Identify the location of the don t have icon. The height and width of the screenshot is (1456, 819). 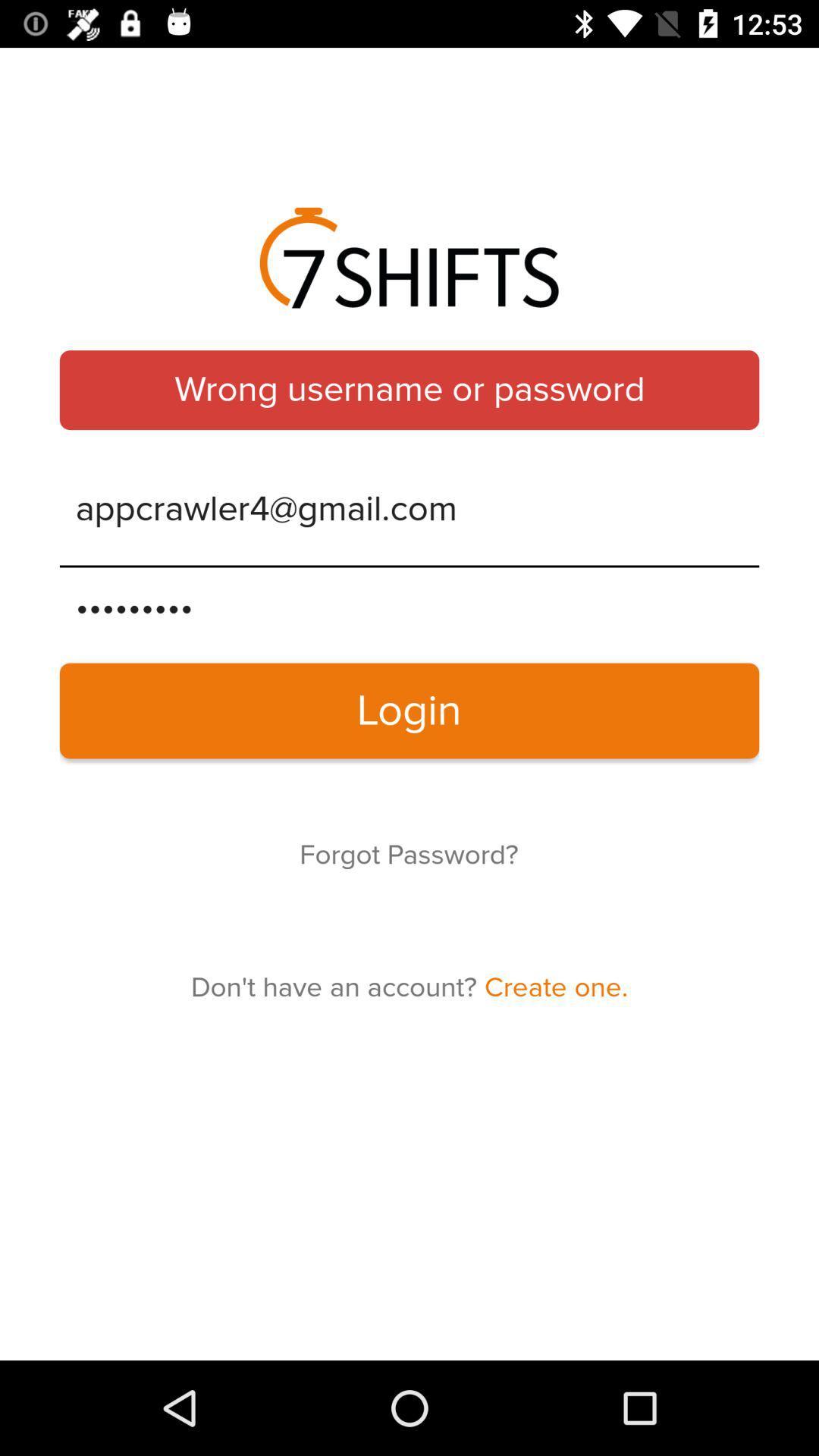
(409, 987).